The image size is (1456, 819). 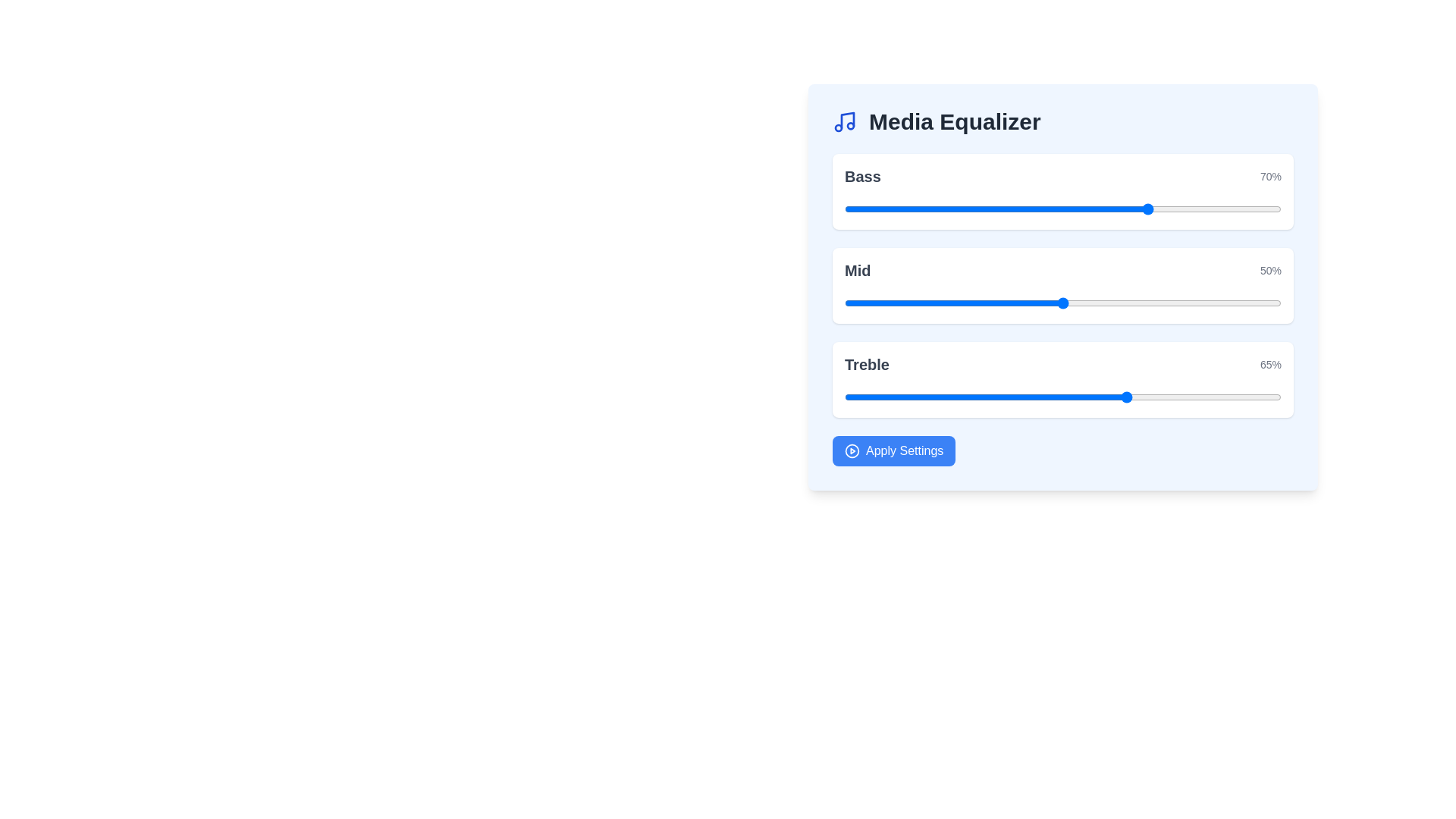 I want to click on the slider, so click(x=1250, y=303).